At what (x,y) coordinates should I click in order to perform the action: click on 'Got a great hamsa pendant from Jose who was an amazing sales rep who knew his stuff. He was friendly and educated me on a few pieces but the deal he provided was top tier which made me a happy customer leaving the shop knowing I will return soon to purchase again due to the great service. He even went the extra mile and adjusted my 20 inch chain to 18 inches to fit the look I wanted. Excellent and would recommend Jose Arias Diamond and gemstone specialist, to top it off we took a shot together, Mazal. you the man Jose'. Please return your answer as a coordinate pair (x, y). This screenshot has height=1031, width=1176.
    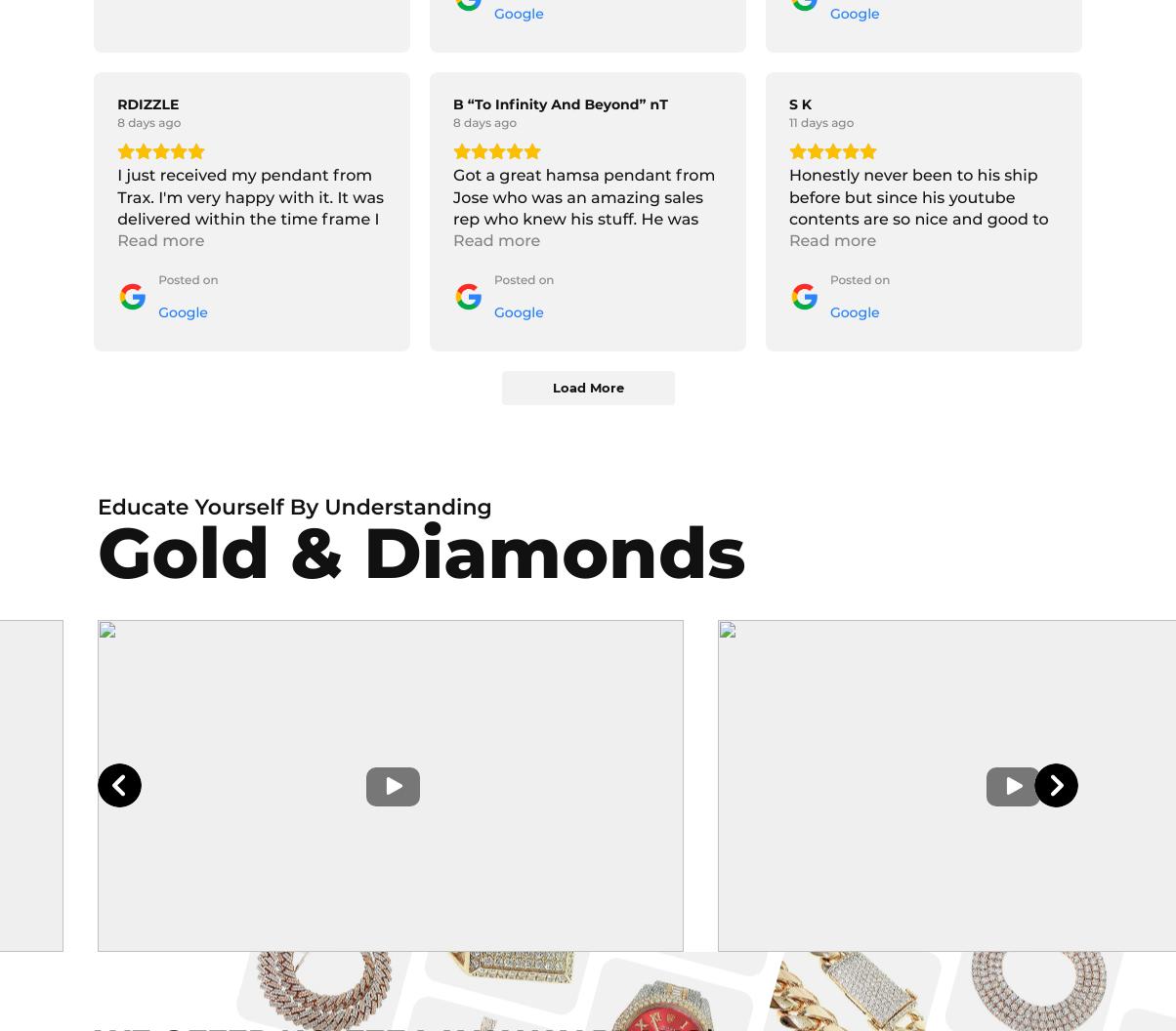
    Looking at the image, I should click on (584, 360).